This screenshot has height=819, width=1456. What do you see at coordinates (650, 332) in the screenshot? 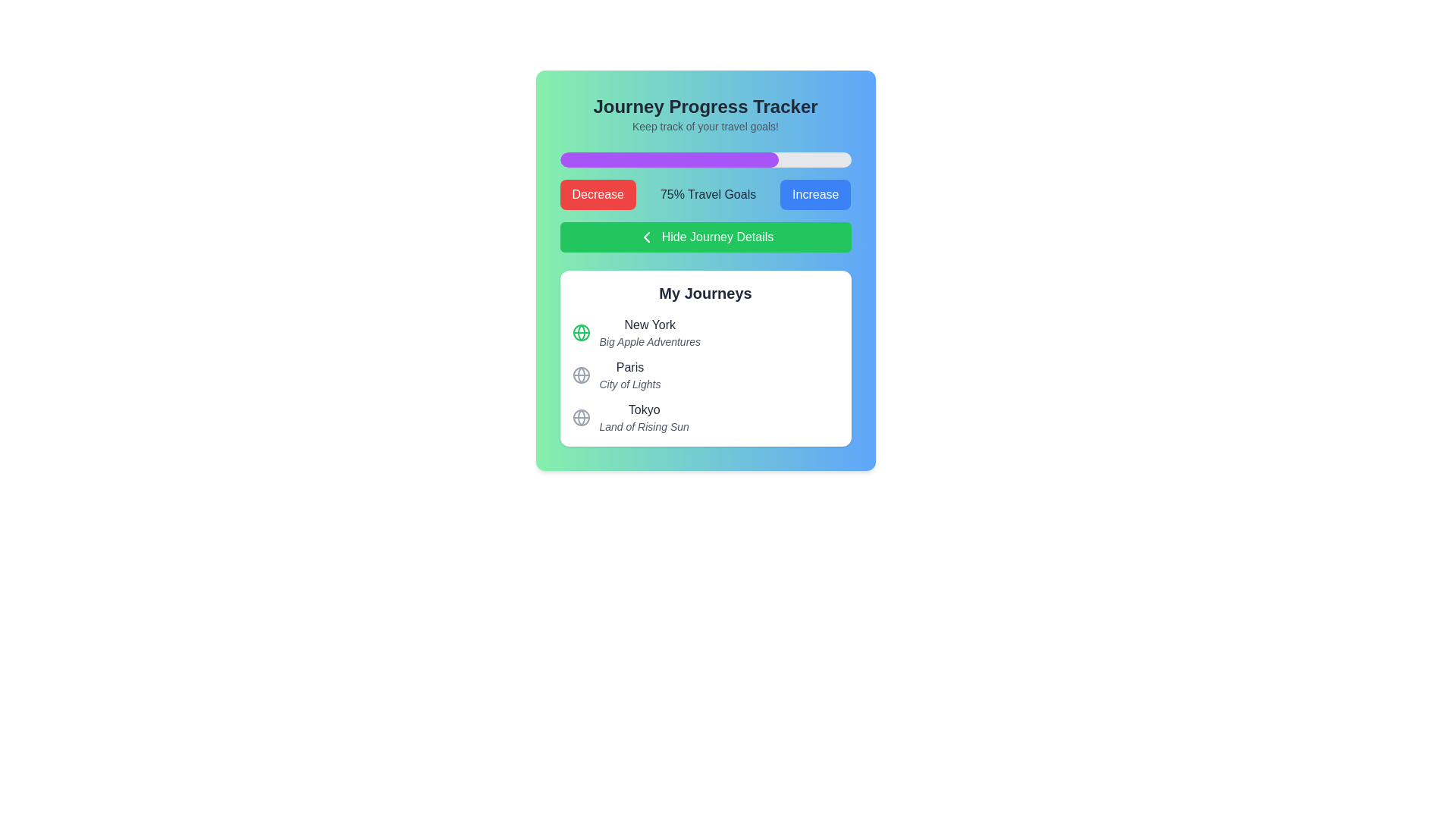
I see `the 'New York' journey entry` at bounding box center [650, 332].